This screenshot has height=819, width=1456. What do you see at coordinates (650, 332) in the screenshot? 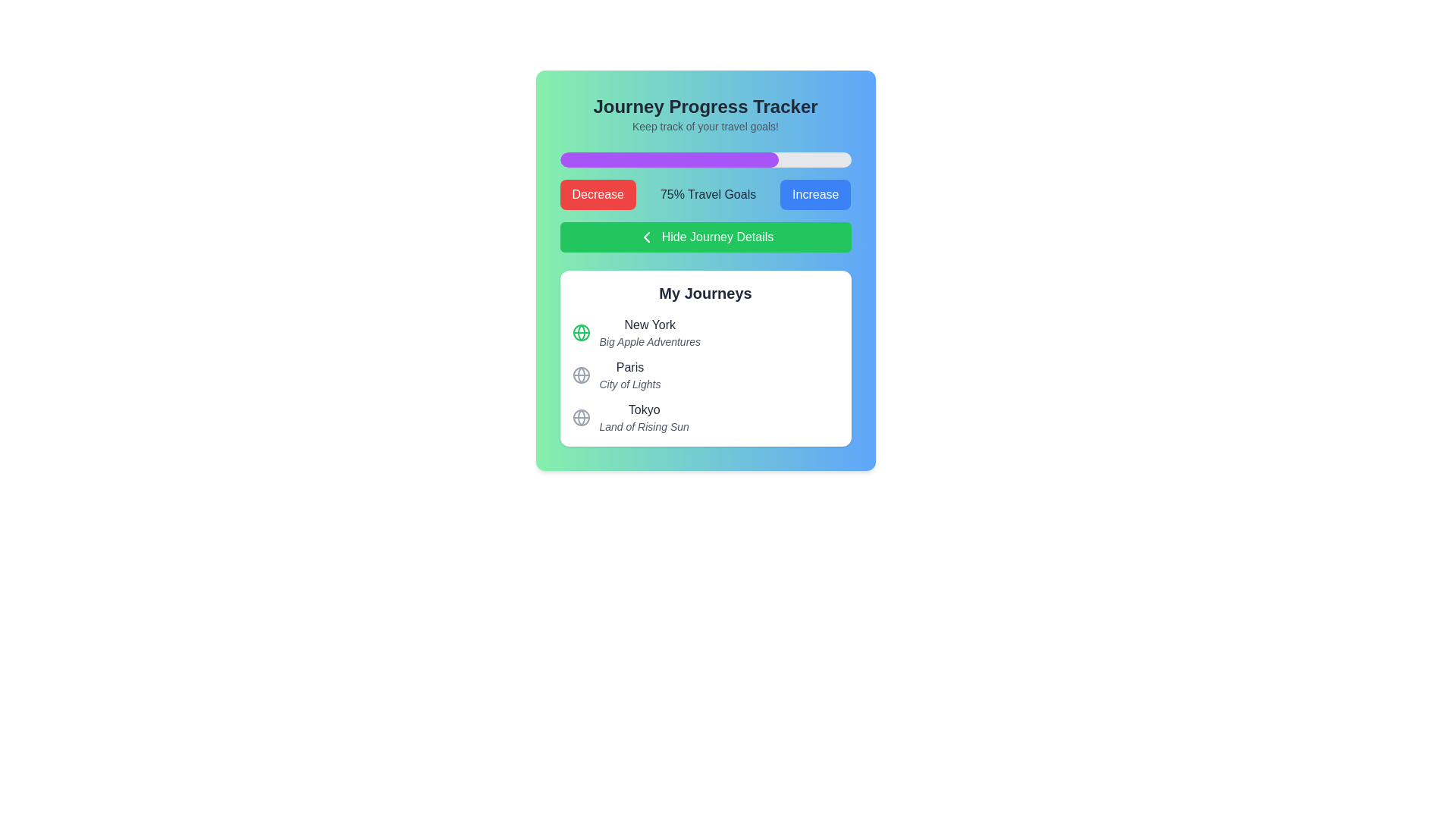
I see `the 'New York' journey entry` at bounding box center [650, 332].